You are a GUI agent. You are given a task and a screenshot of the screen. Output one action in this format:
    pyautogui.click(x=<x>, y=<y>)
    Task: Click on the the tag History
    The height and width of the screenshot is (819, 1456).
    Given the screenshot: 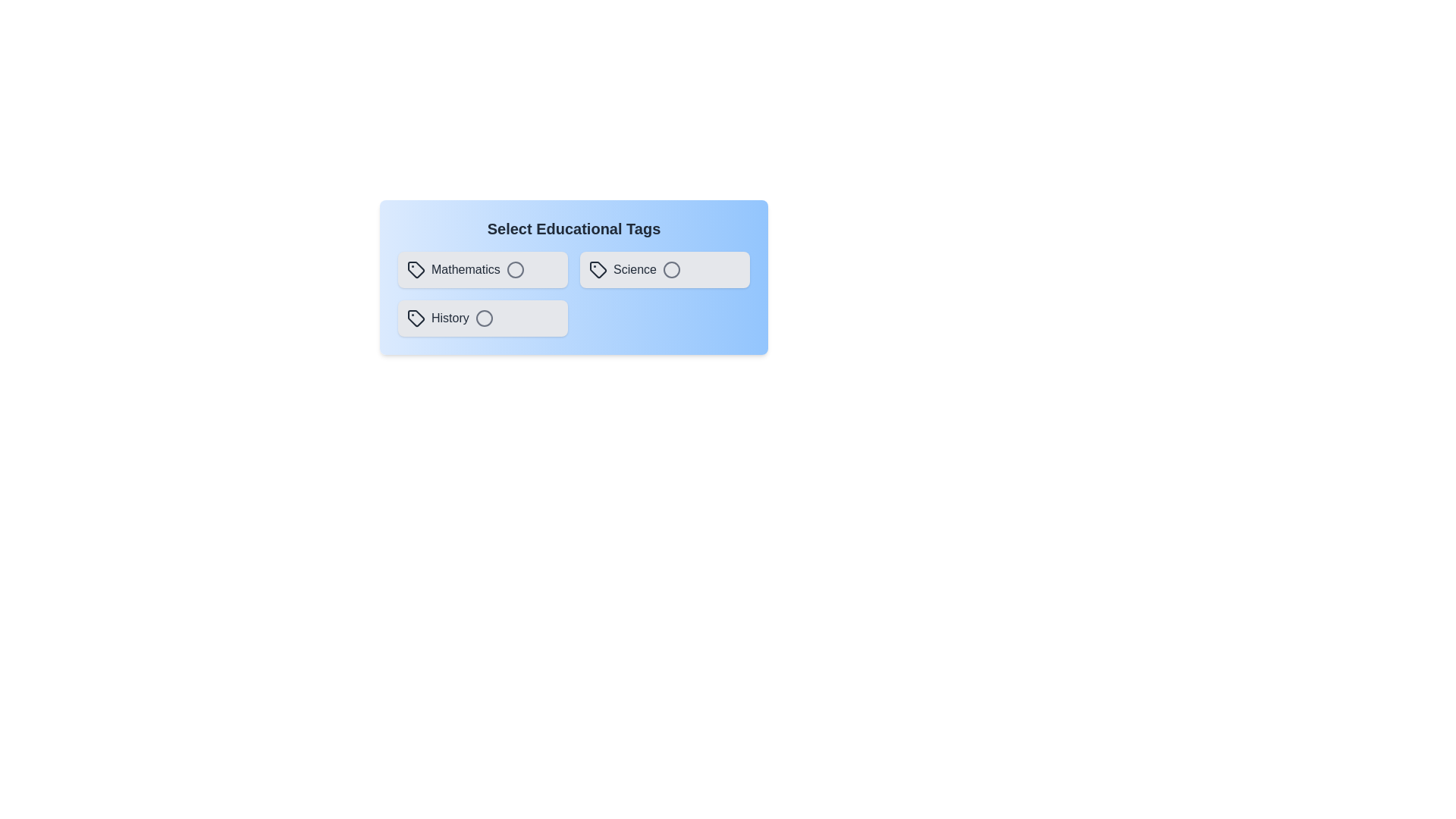 What is the action you would take?
    pyautogui.click(x=482, y=318)
    